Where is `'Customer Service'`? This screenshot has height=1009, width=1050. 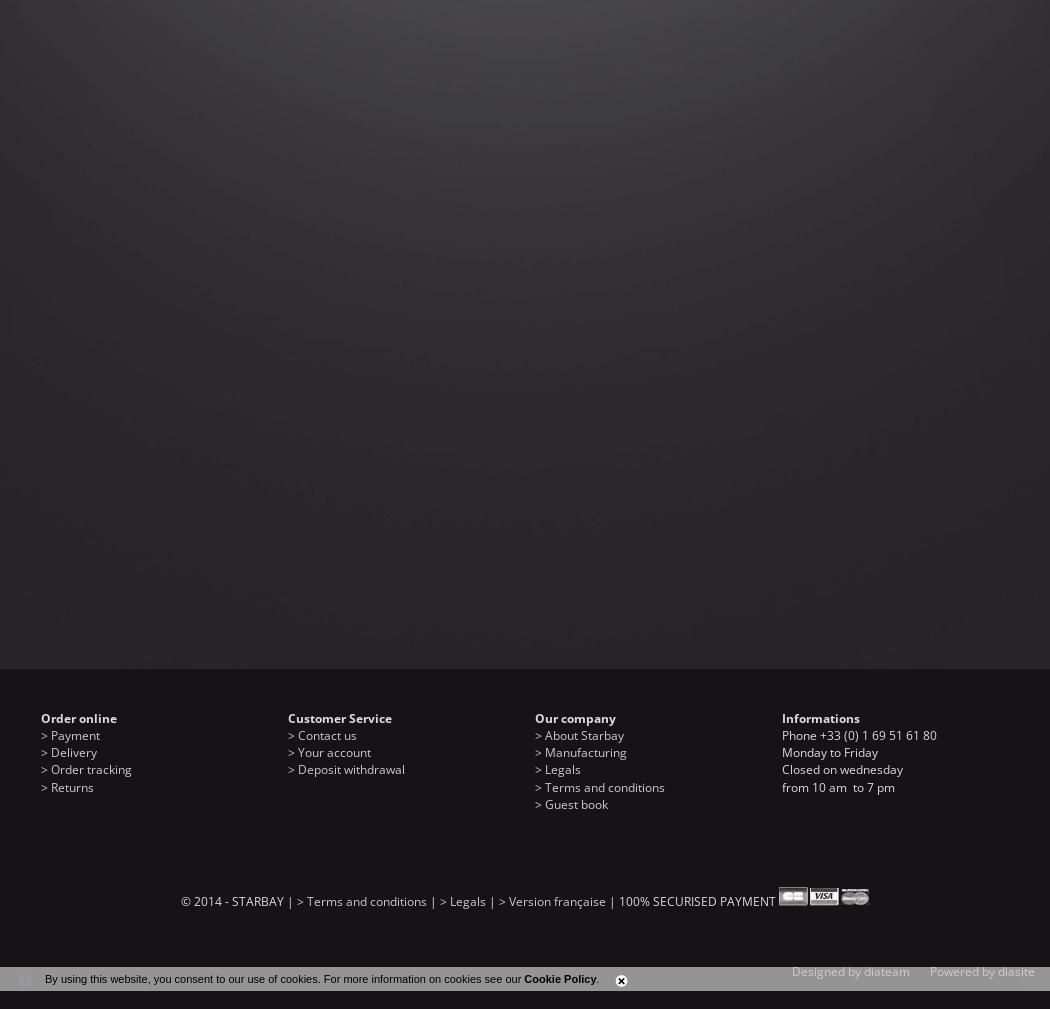 'Customer Service' is located at coordinates (338, 717).